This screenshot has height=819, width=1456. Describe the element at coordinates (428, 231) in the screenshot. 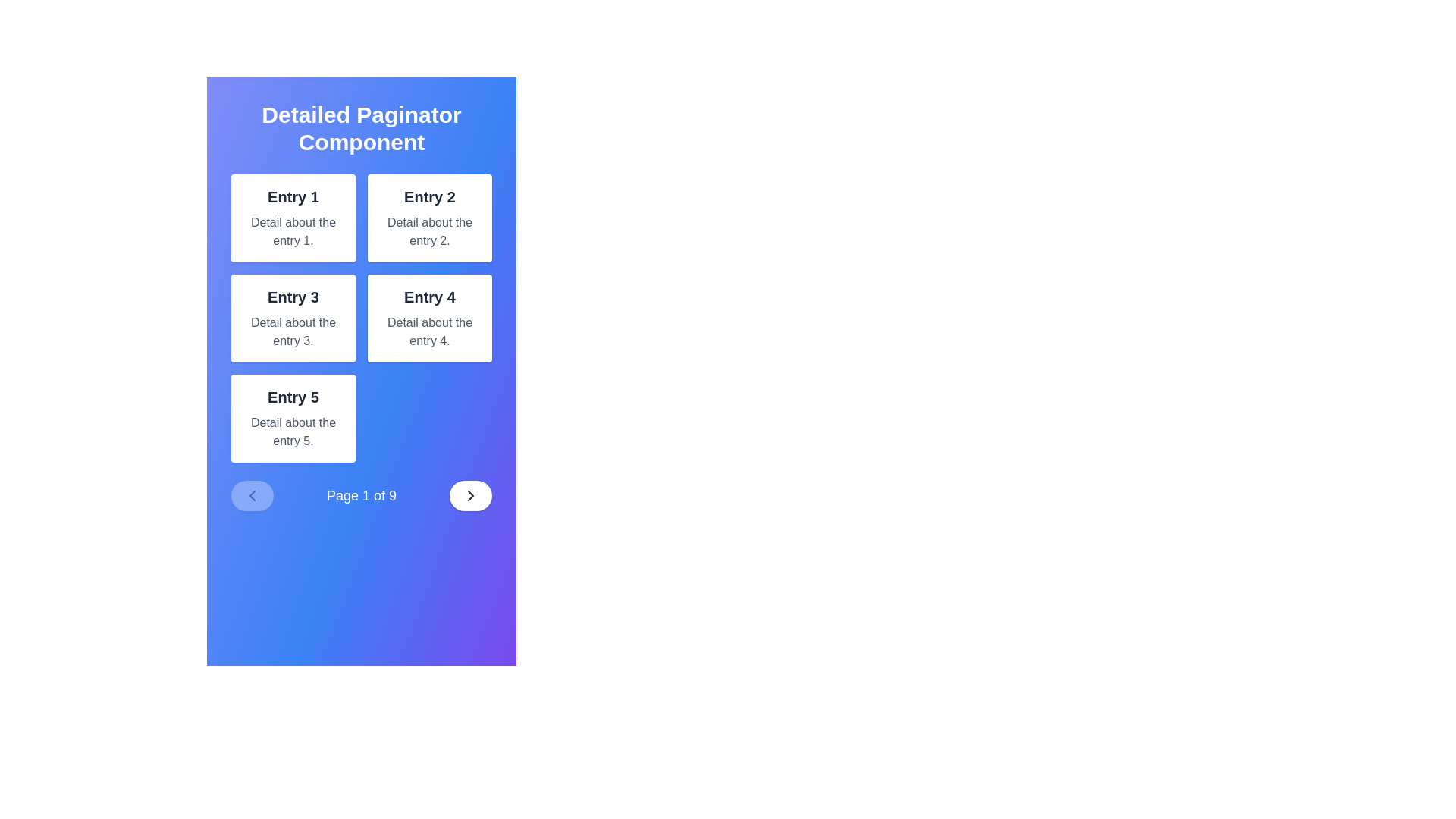

I see `the text label providing additional information associated with the card labeled 'Entry 2', located below the title within the second card of a grid layout` at that location.